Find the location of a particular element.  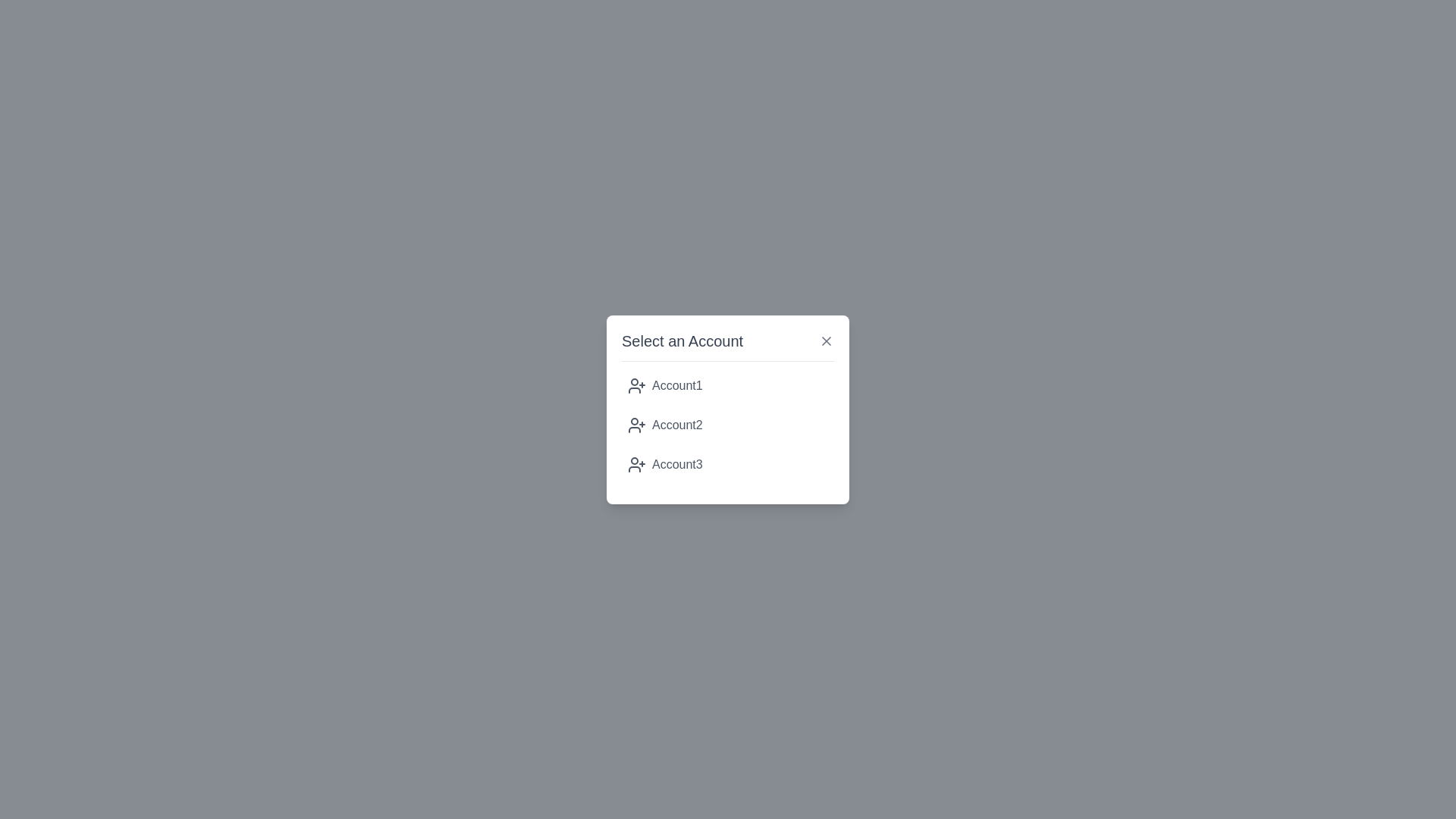

the list item corresponding to Account3 to observe the hover effect is located at coordinates (728, 463).